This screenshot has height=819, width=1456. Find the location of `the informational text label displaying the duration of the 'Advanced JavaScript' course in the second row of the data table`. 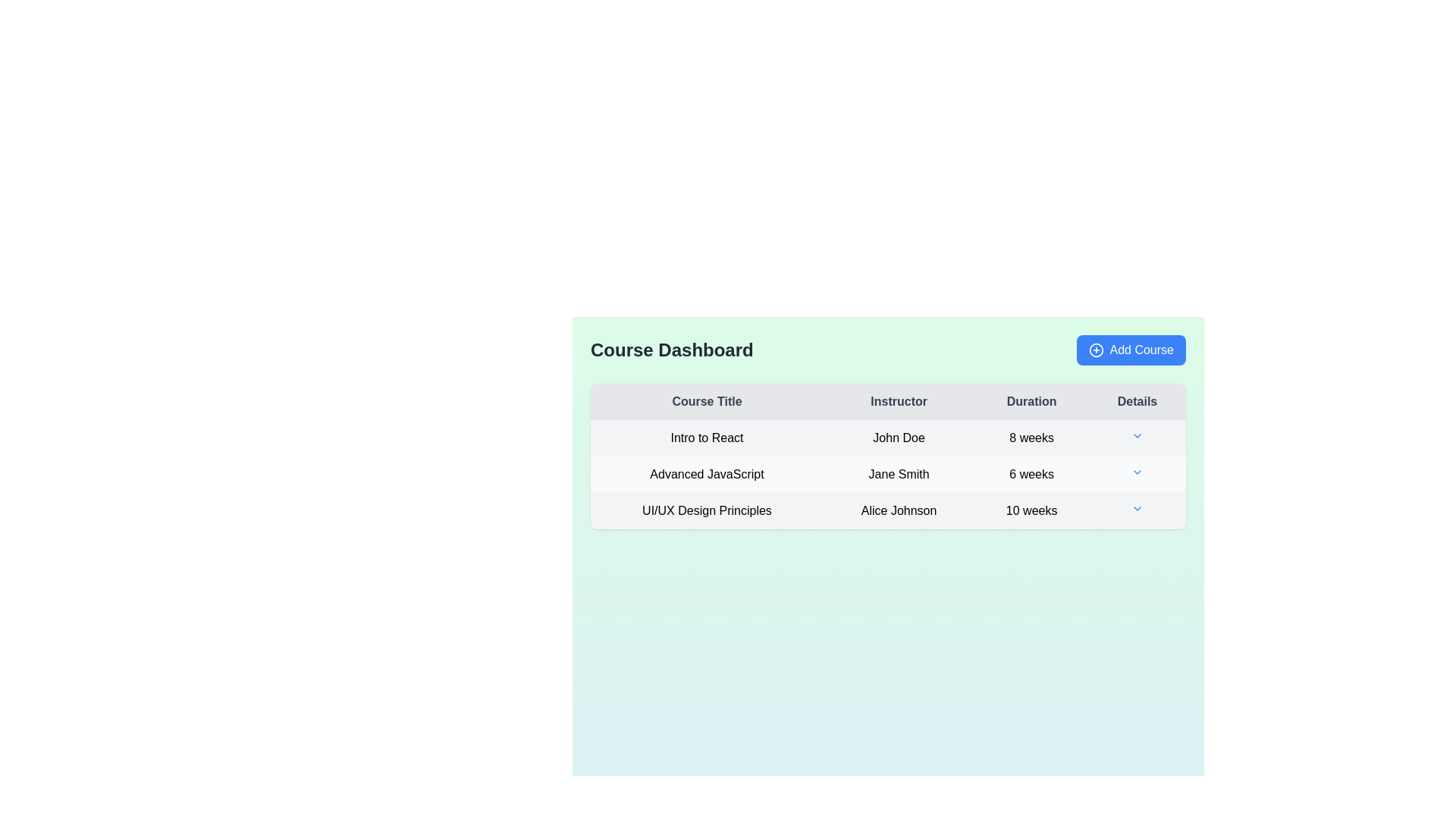

the informational text label displaying the duration of the 'Advanced JavaScript' course in the second row of the data table is located at coordinates (1031, 473).